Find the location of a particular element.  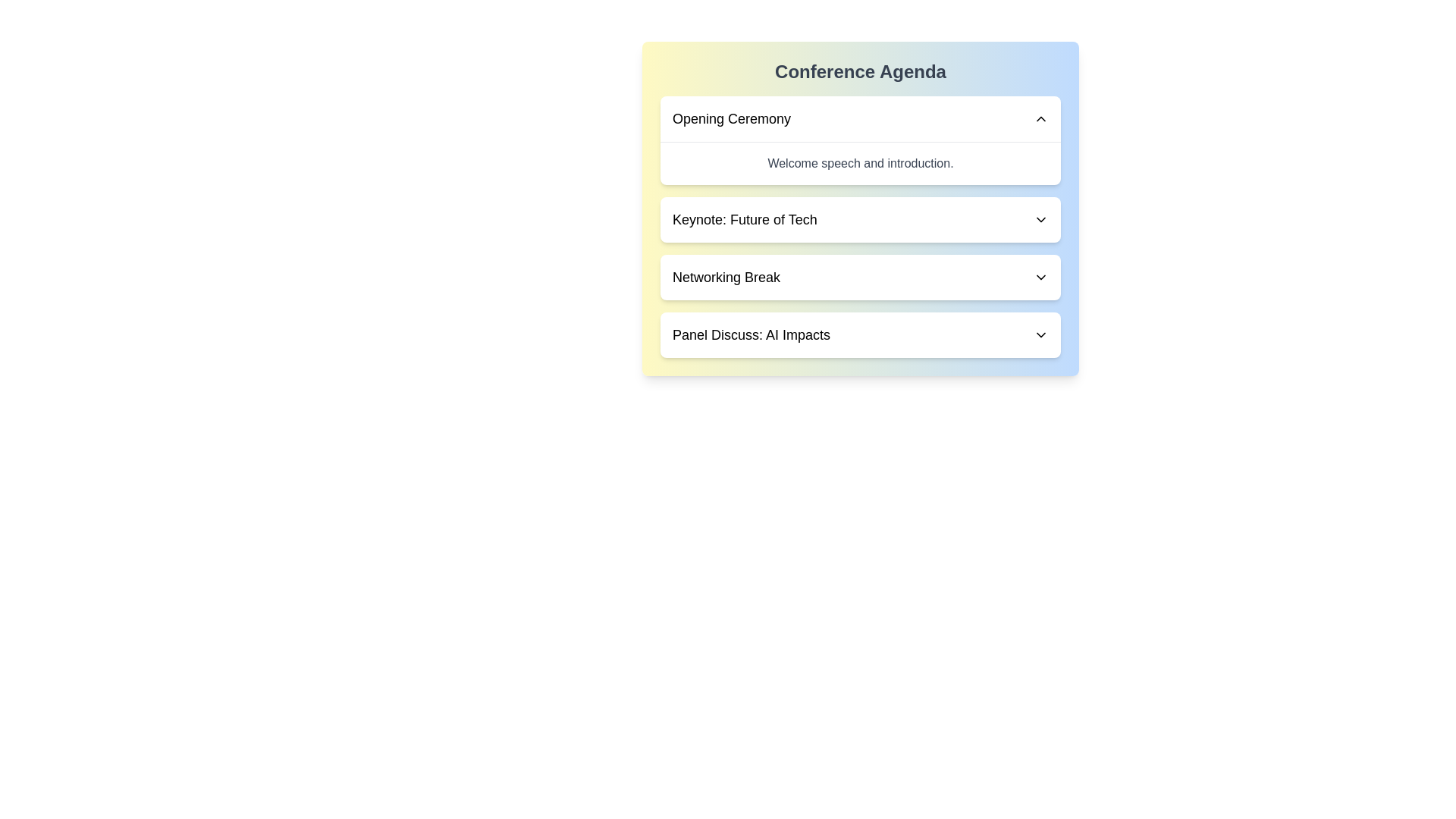

the agenda item title corresponding to Opening Ceremony is located at coordinates (731, 118).